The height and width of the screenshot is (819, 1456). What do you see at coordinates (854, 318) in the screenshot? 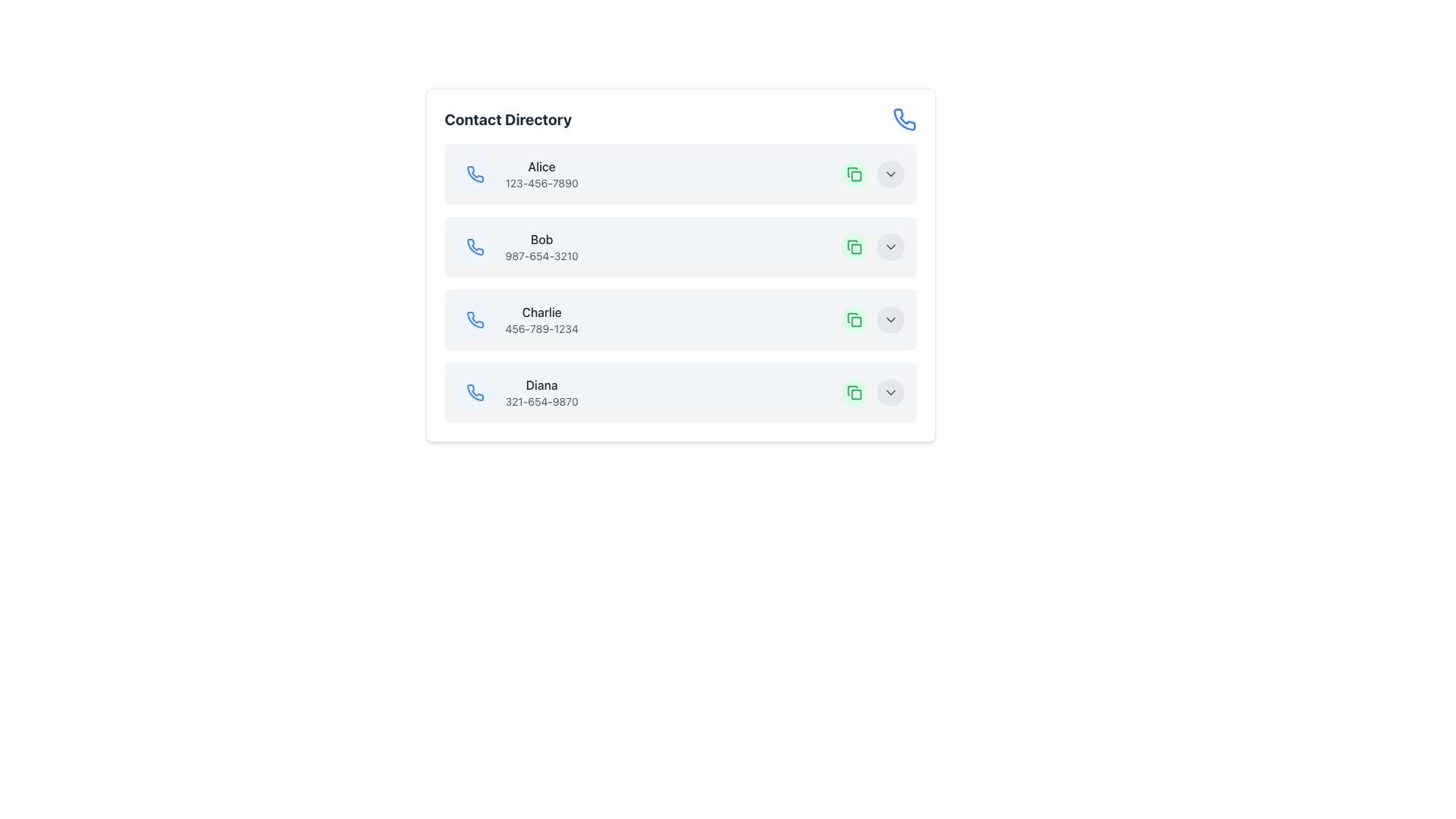
I see `the circular green copy button next to the contact named 'Charlie'` at bounding box center [854, 318].